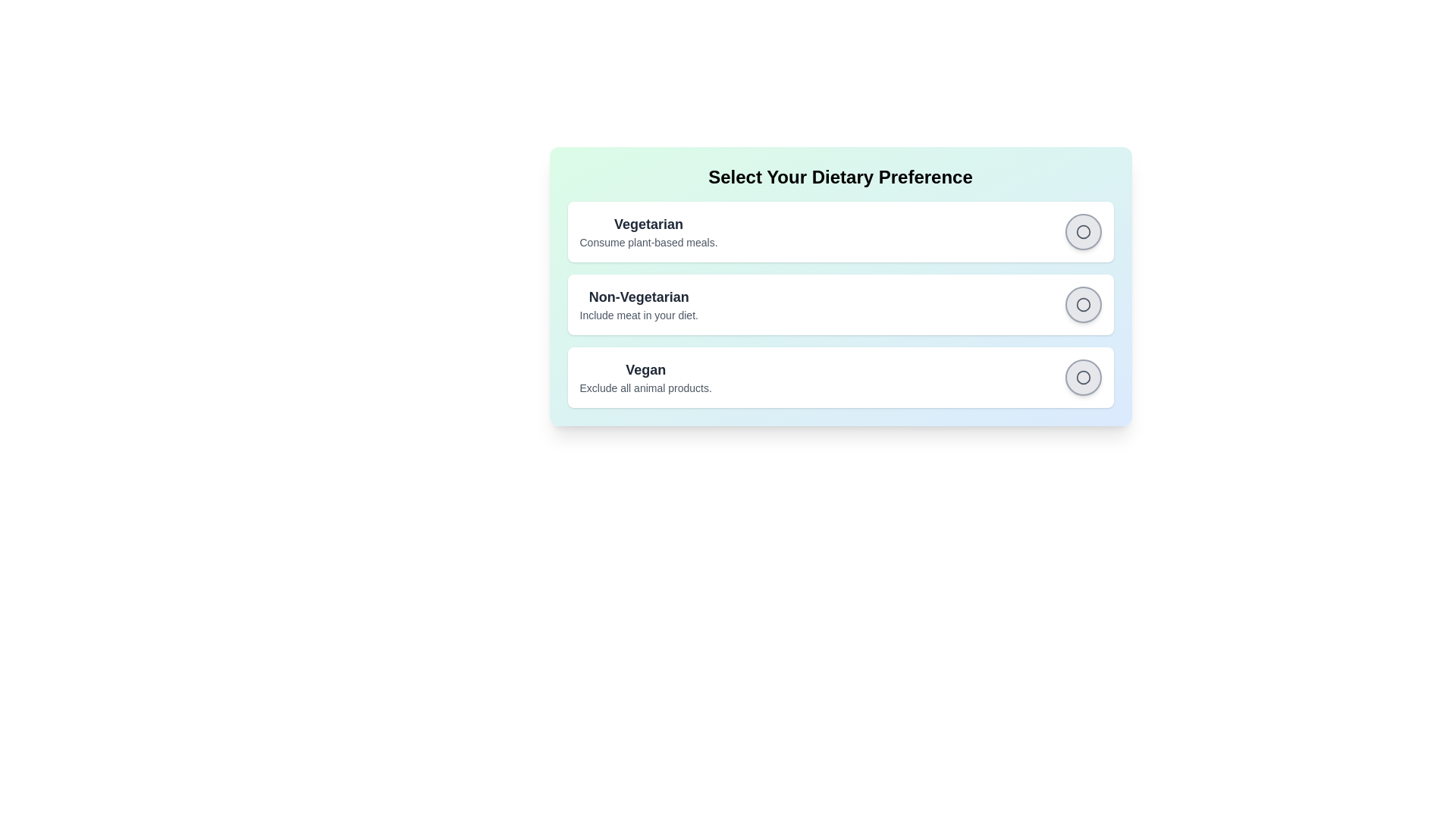 The image size is (1456, 819). I want to click on text content of the 'Vegetarian' label, which is centrally aligned at the top of its card in the first row of dietary options, so click(648, 224).